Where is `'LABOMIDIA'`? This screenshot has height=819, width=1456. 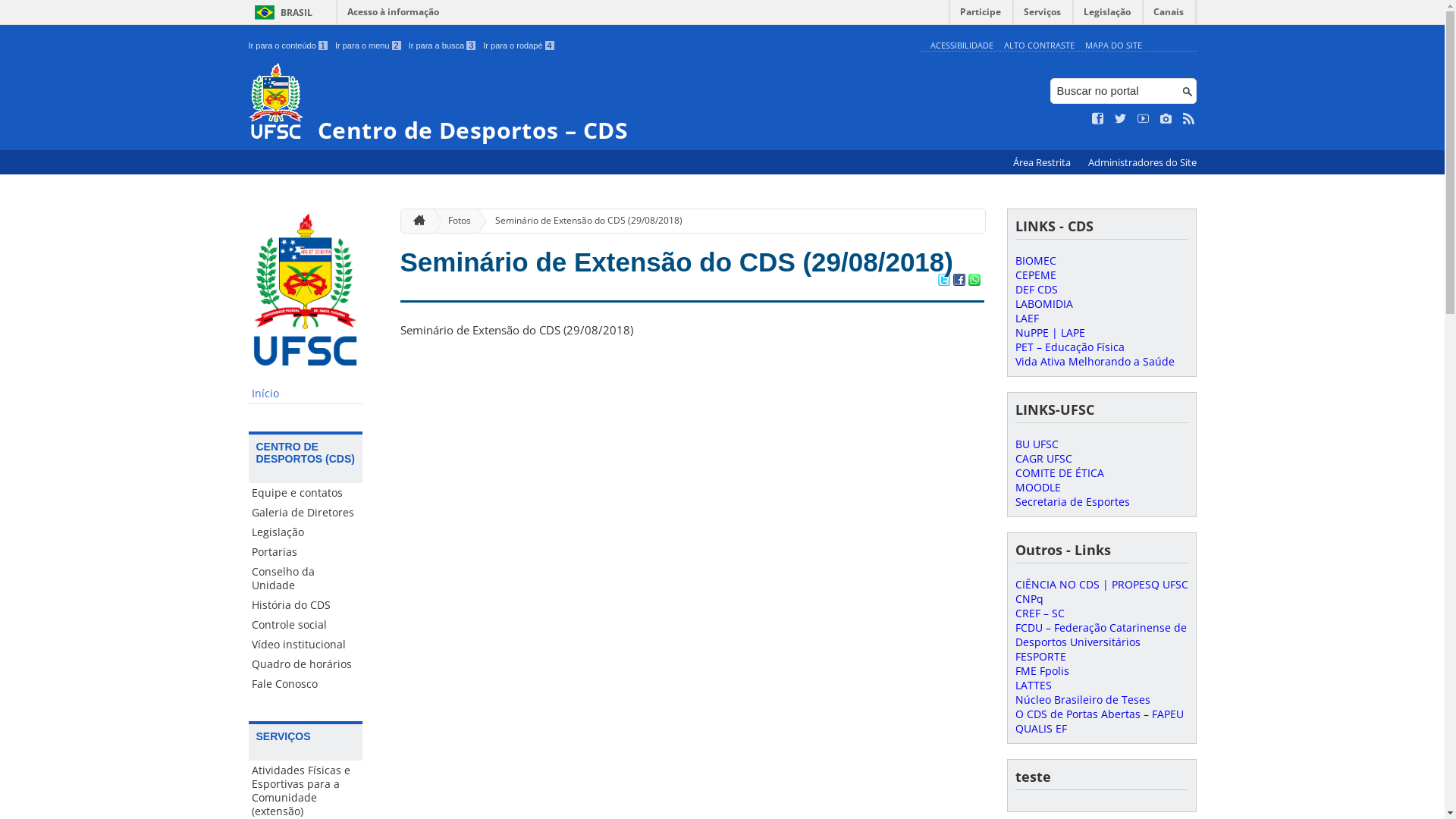 'LABOMIDIA' is located at coordinates (1043, 303).